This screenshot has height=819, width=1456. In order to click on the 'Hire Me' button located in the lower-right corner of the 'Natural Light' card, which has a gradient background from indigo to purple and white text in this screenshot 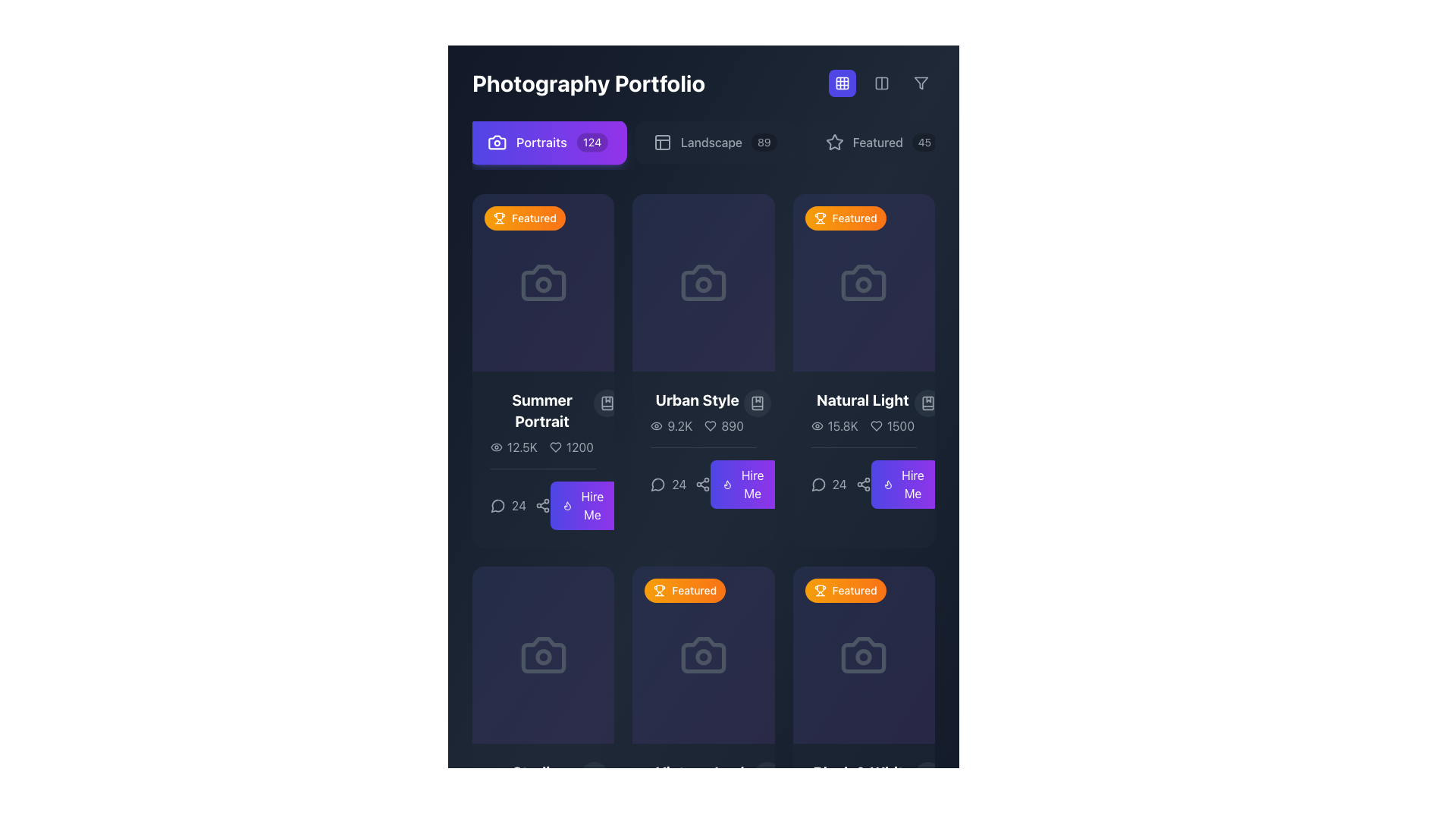, I will do `click(912, 485)`.